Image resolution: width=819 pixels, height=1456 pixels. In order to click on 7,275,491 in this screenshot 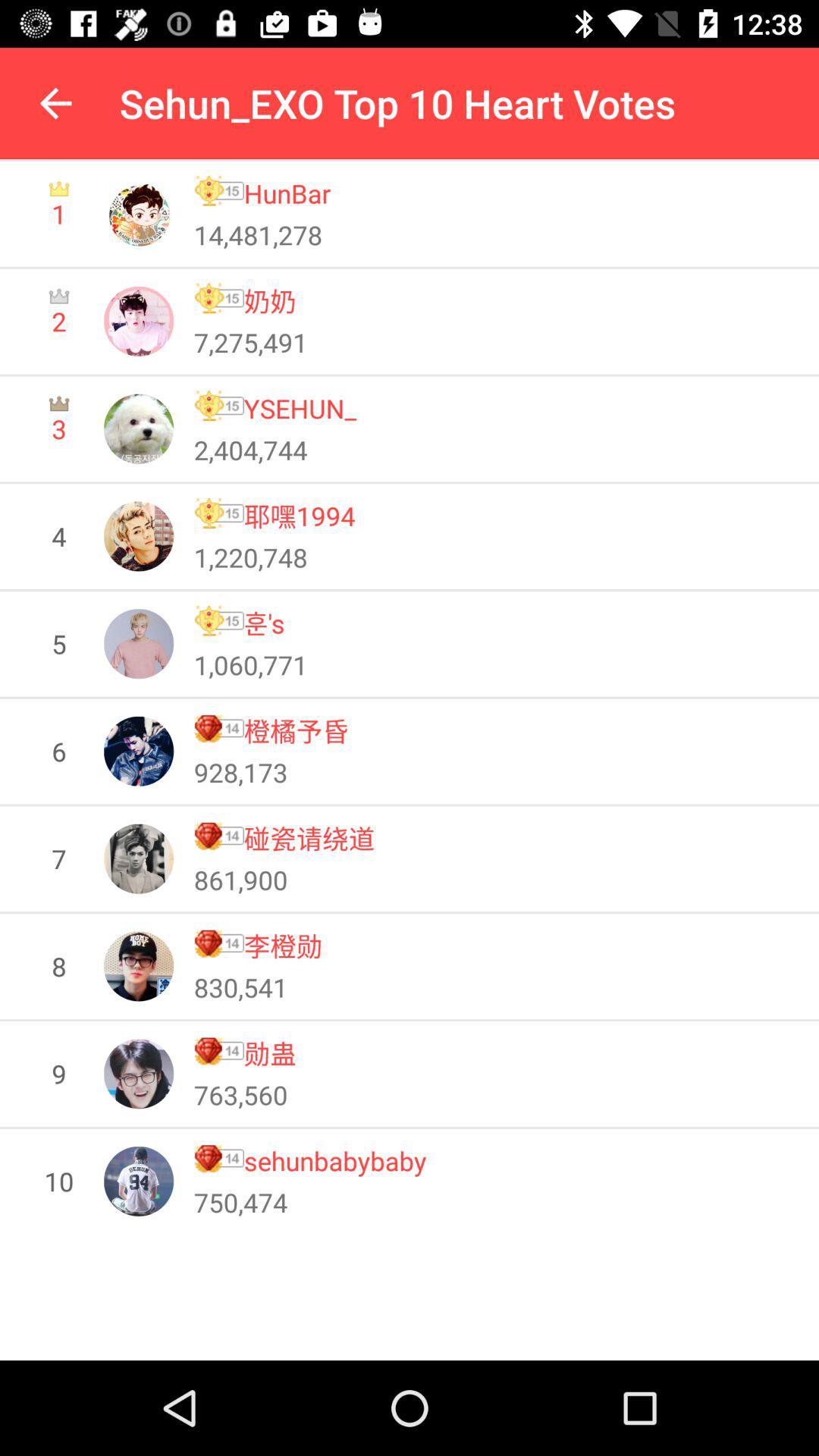, I will do `click(249, 341)`.